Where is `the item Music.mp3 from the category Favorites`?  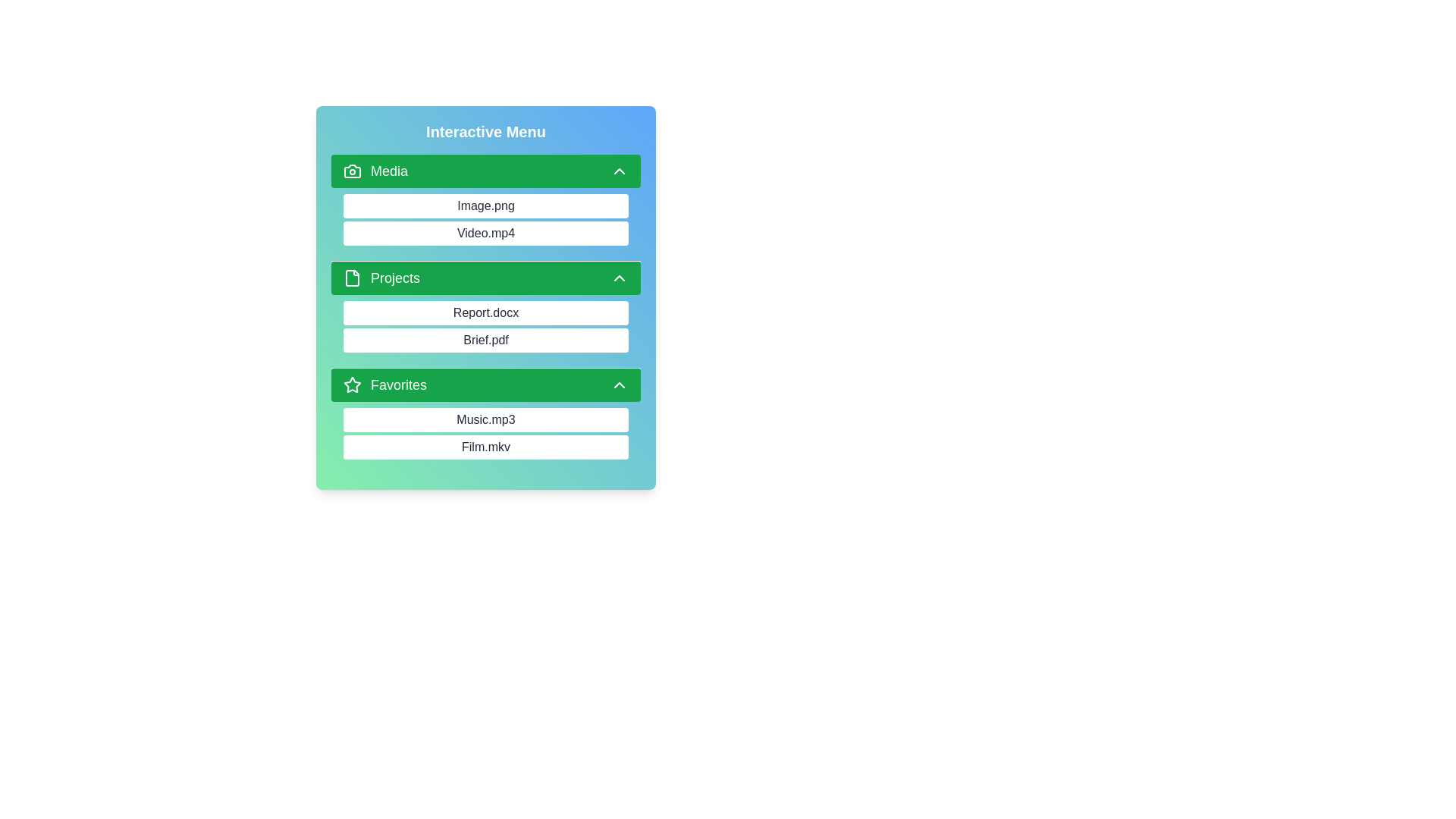
the item Music.mp3 from the category Favorites is located at coordinates (342, 420).